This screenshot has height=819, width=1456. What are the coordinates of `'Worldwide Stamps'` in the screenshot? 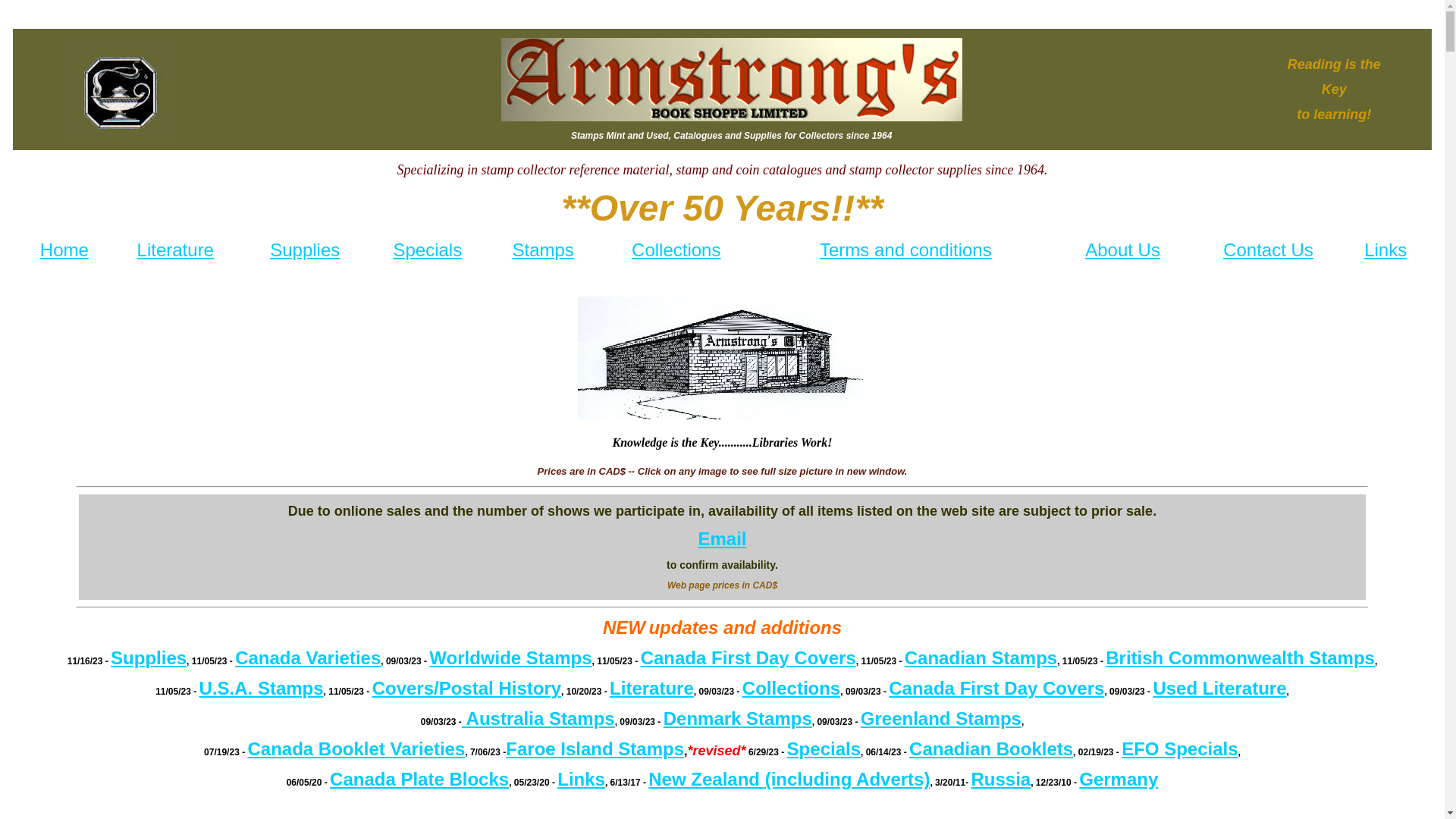 It's located at (510, 657).